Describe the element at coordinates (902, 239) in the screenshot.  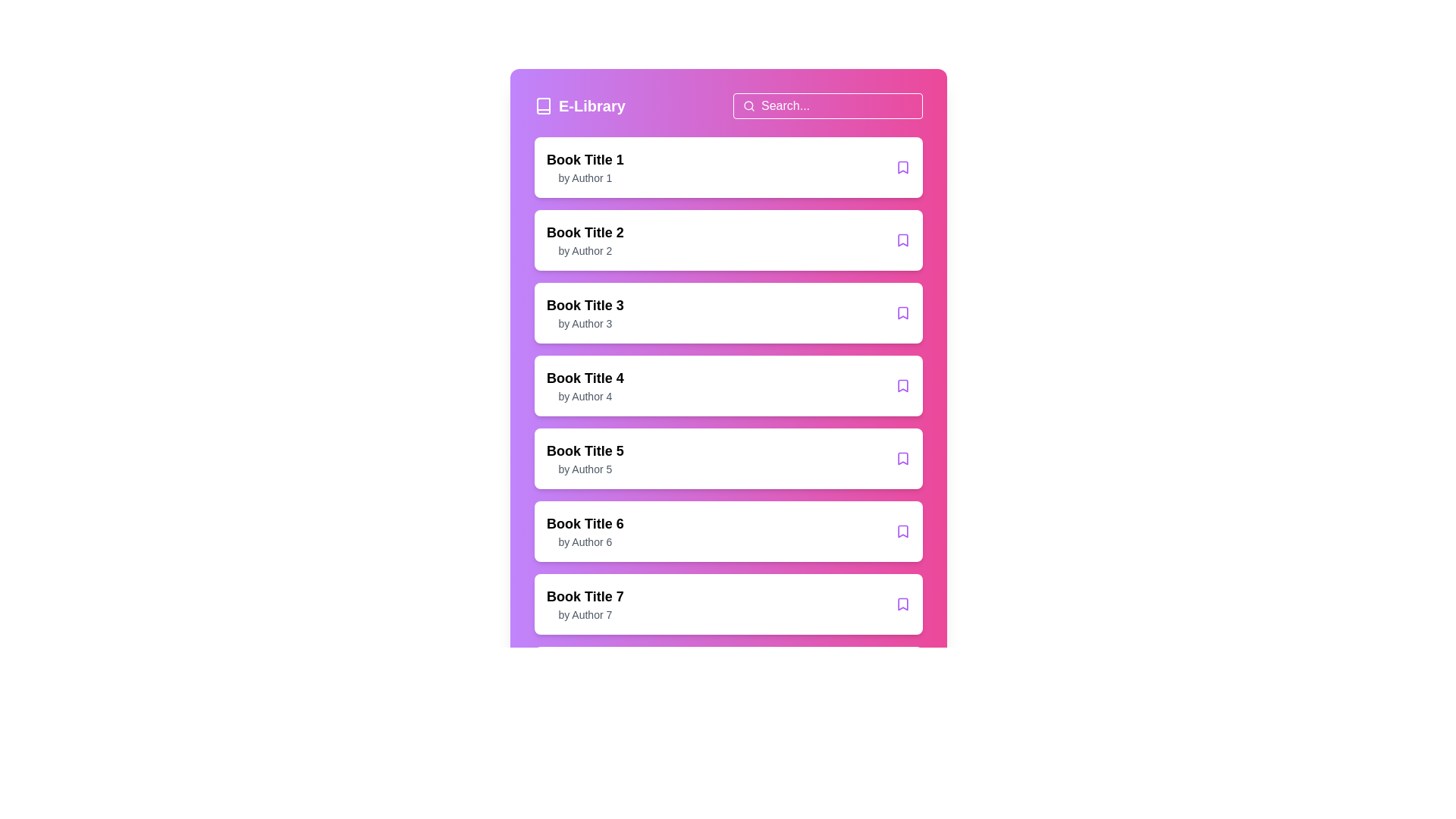
I see `the bookmark icon located to the right of the 'Book Title 2' entry` at that location.